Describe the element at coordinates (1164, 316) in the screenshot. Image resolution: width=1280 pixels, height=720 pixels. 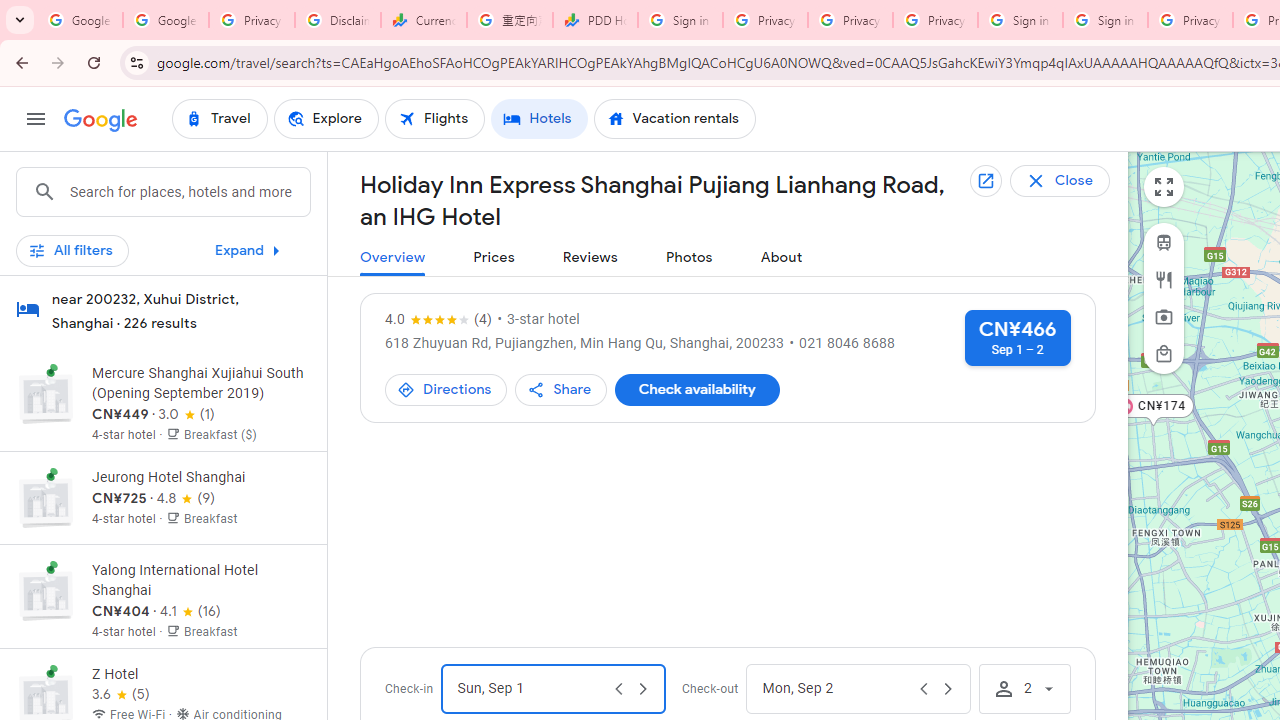
I see `'Attractions'` at that location.